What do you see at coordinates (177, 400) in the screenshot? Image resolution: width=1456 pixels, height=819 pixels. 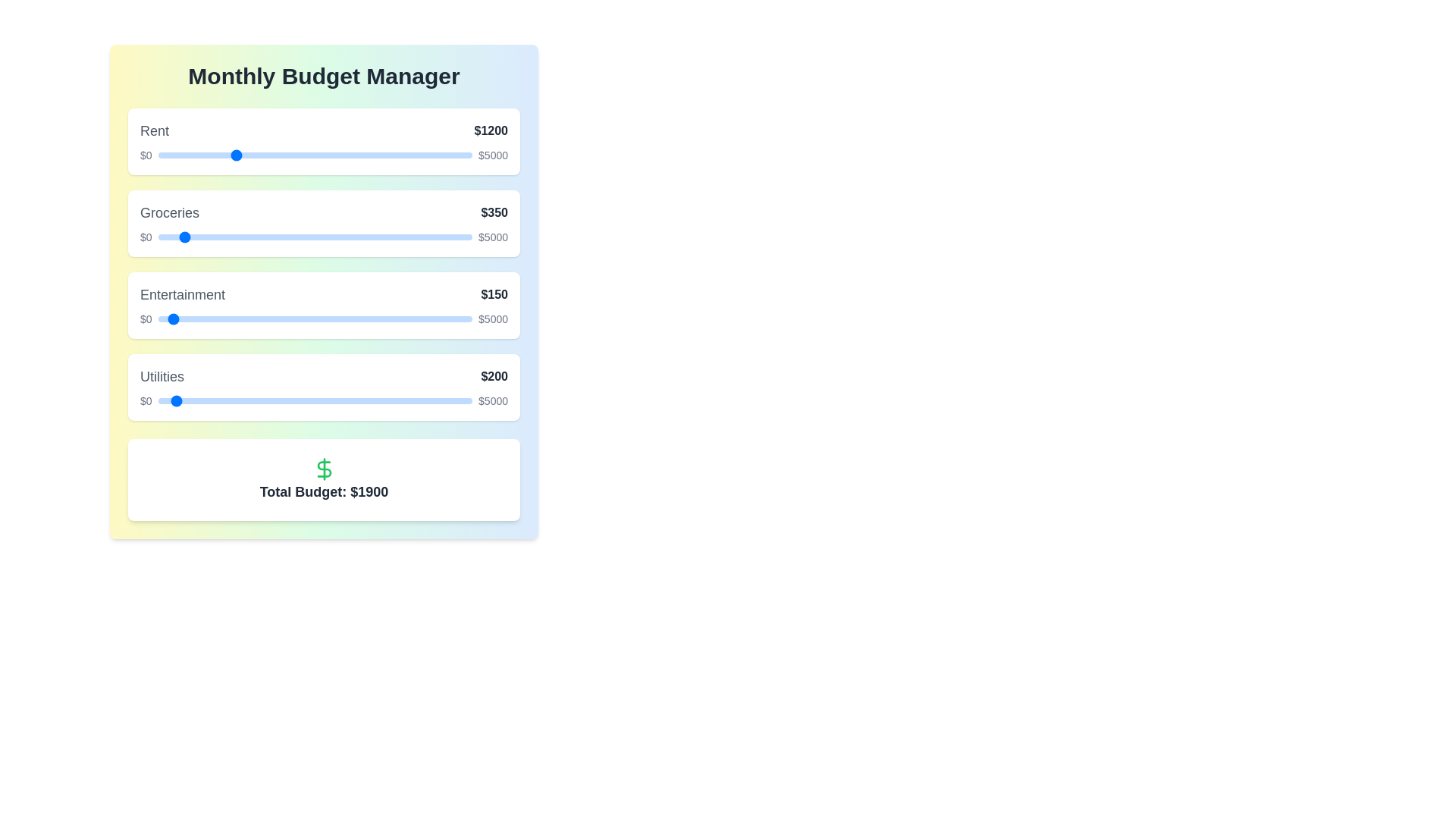 I see `the utility budget slider` at bounding box center [177, 400].